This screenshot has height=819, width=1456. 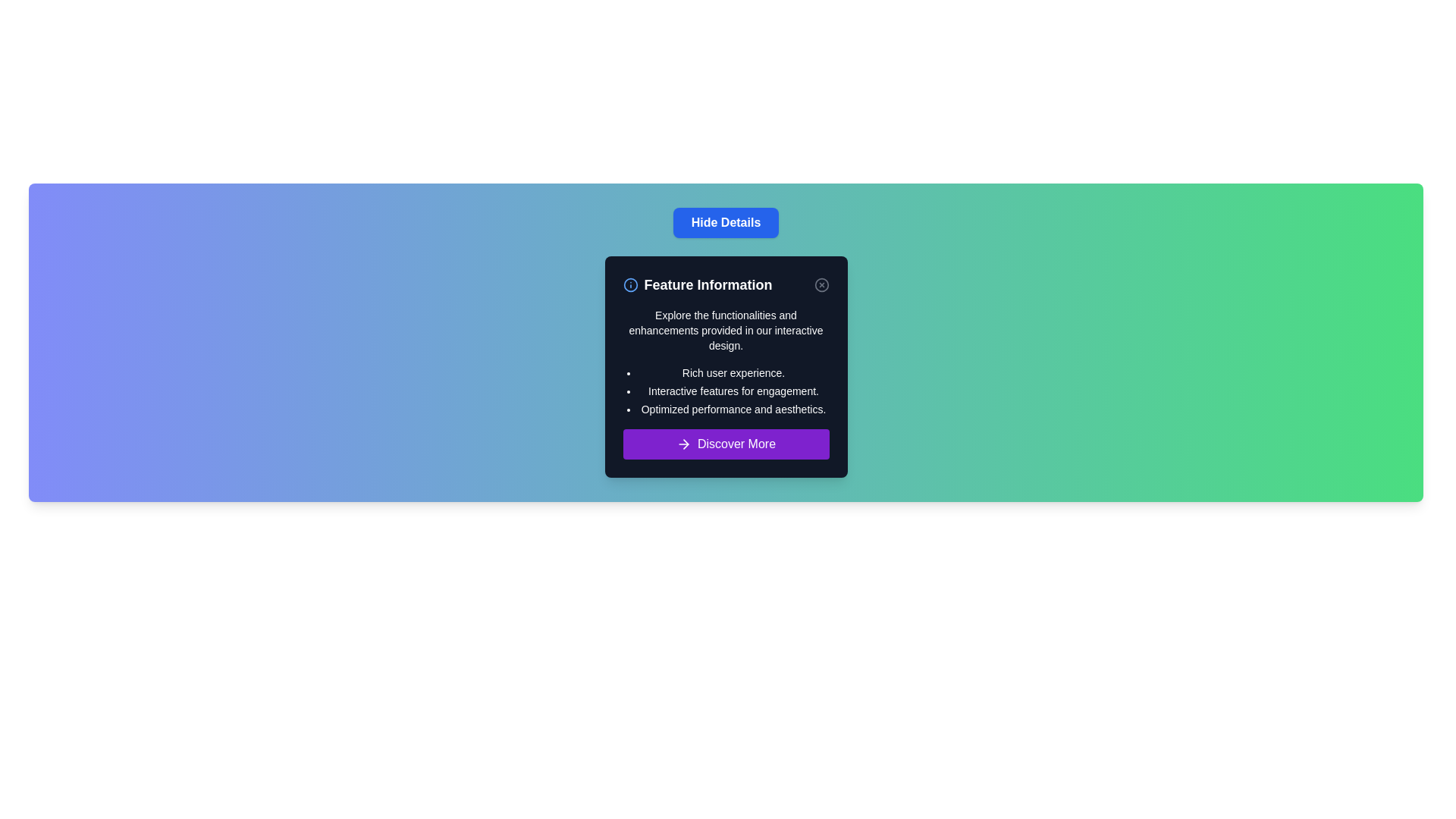 What do you see at coordinates (630, 284) in the screenshot?
I see `the informational content icon located in the header of the 'Feature Information' section` at bounding box center [630, 284].